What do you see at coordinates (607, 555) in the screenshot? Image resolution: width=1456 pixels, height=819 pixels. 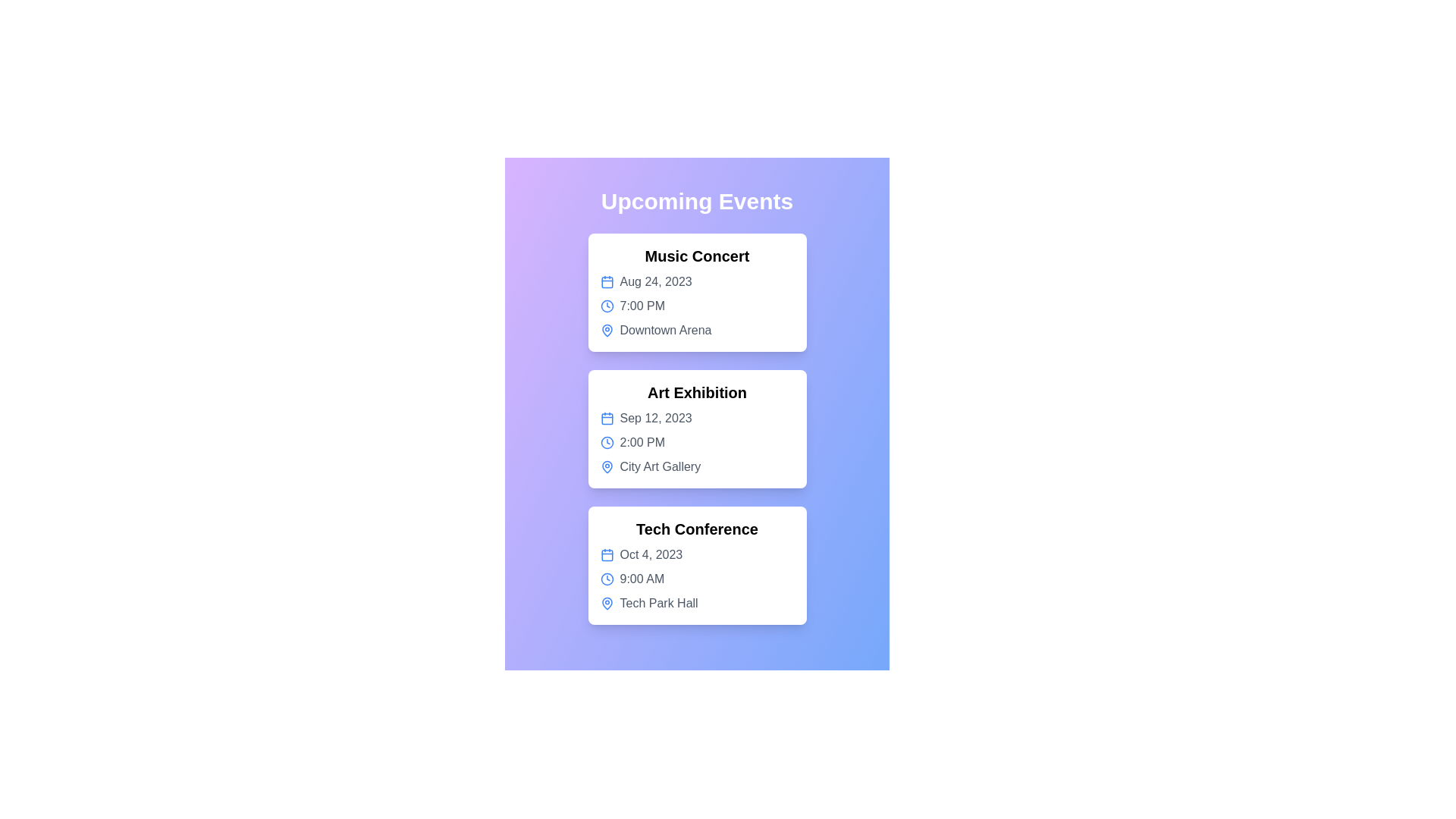 I see `the calendar icon with a blue stroke color, located to the left of the text 'Oct 4, 2023'` at bounding box center [607, 555].